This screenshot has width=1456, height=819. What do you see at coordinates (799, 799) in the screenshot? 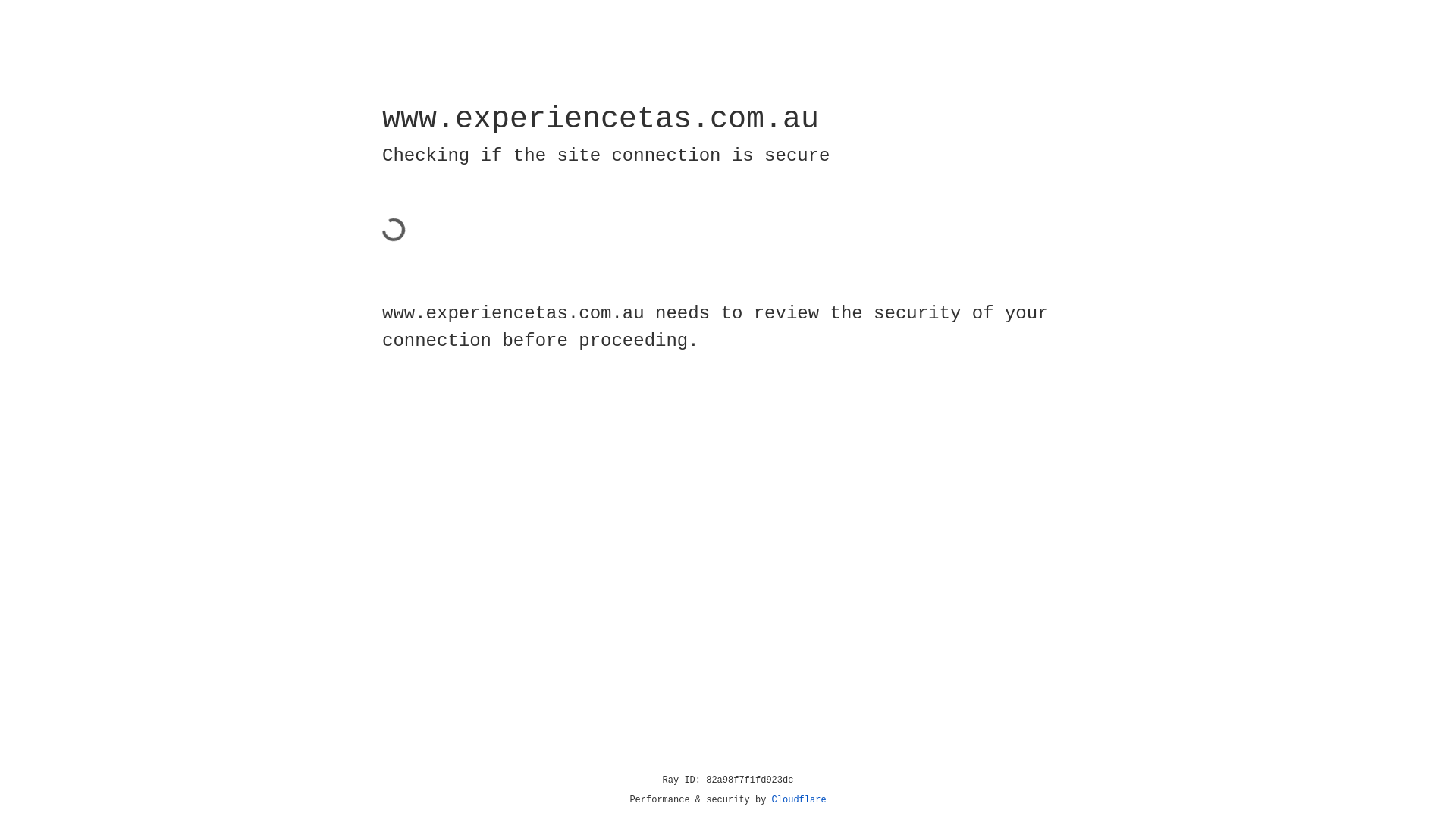
I see `'Cloudflare'` at bounding box center [799, 799].